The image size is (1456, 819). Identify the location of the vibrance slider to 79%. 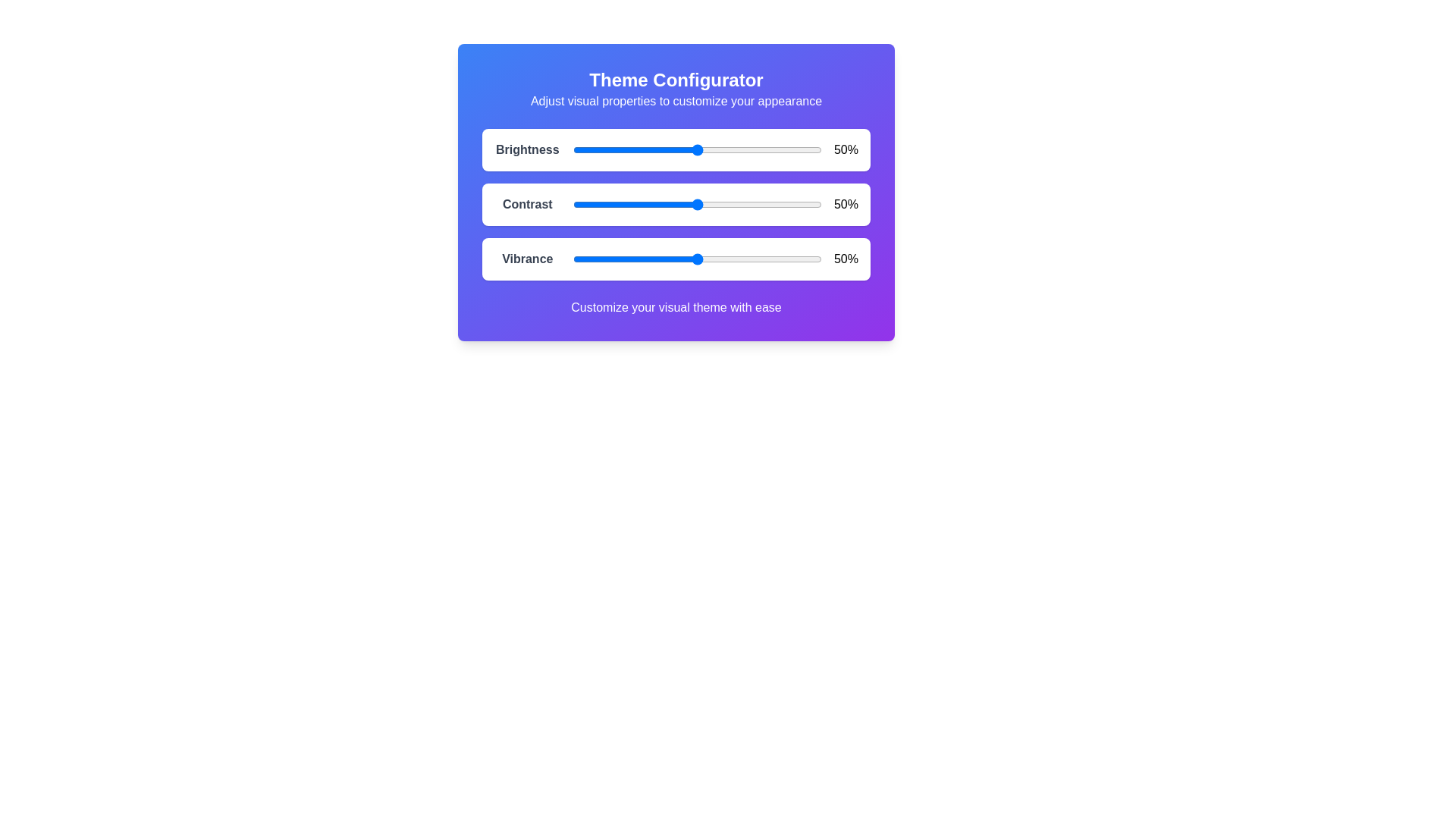
(770, 259).